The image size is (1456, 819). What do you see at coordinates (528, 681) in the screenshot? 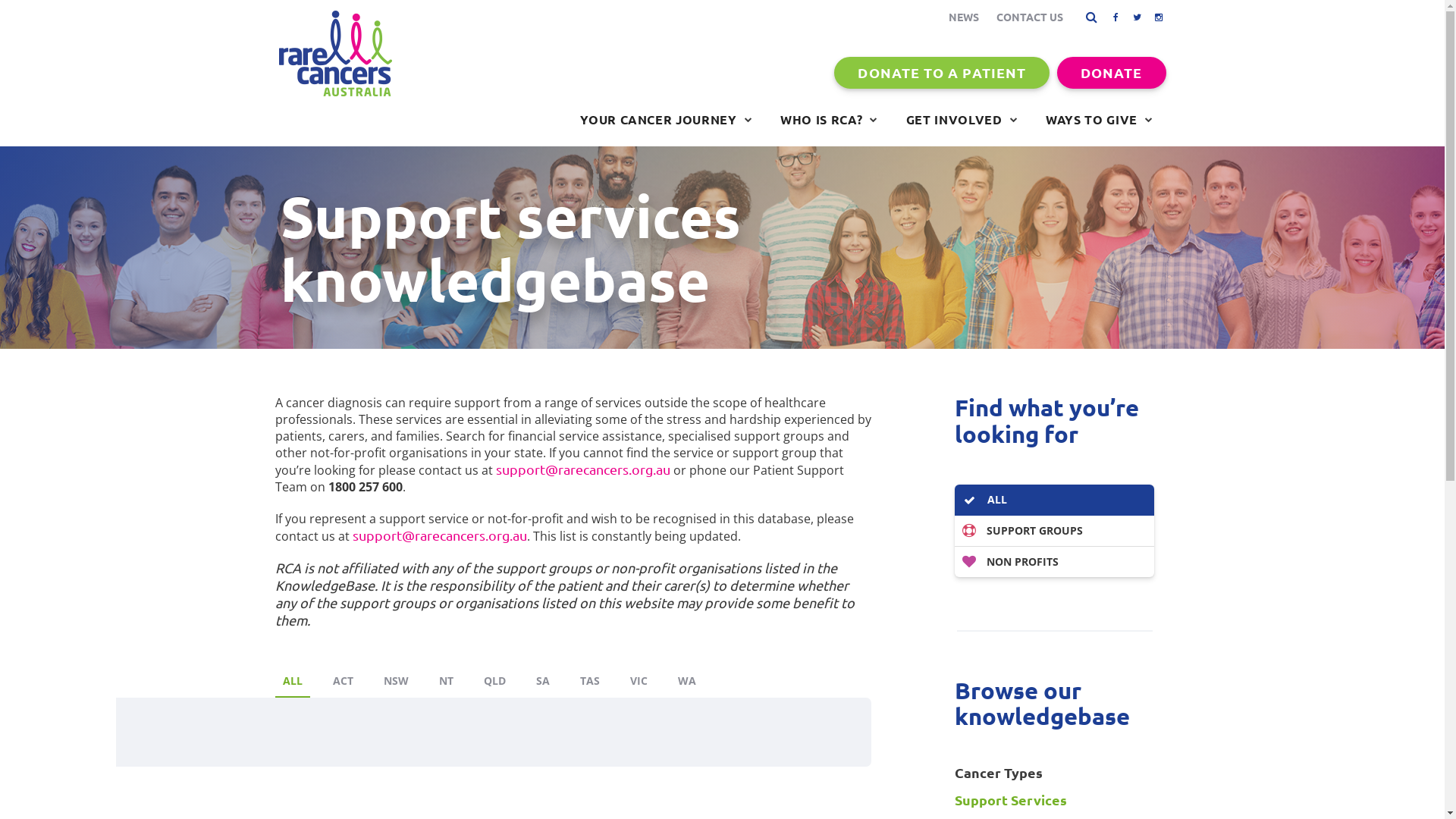
I see `'SA'` at bounding box center [528, 681].